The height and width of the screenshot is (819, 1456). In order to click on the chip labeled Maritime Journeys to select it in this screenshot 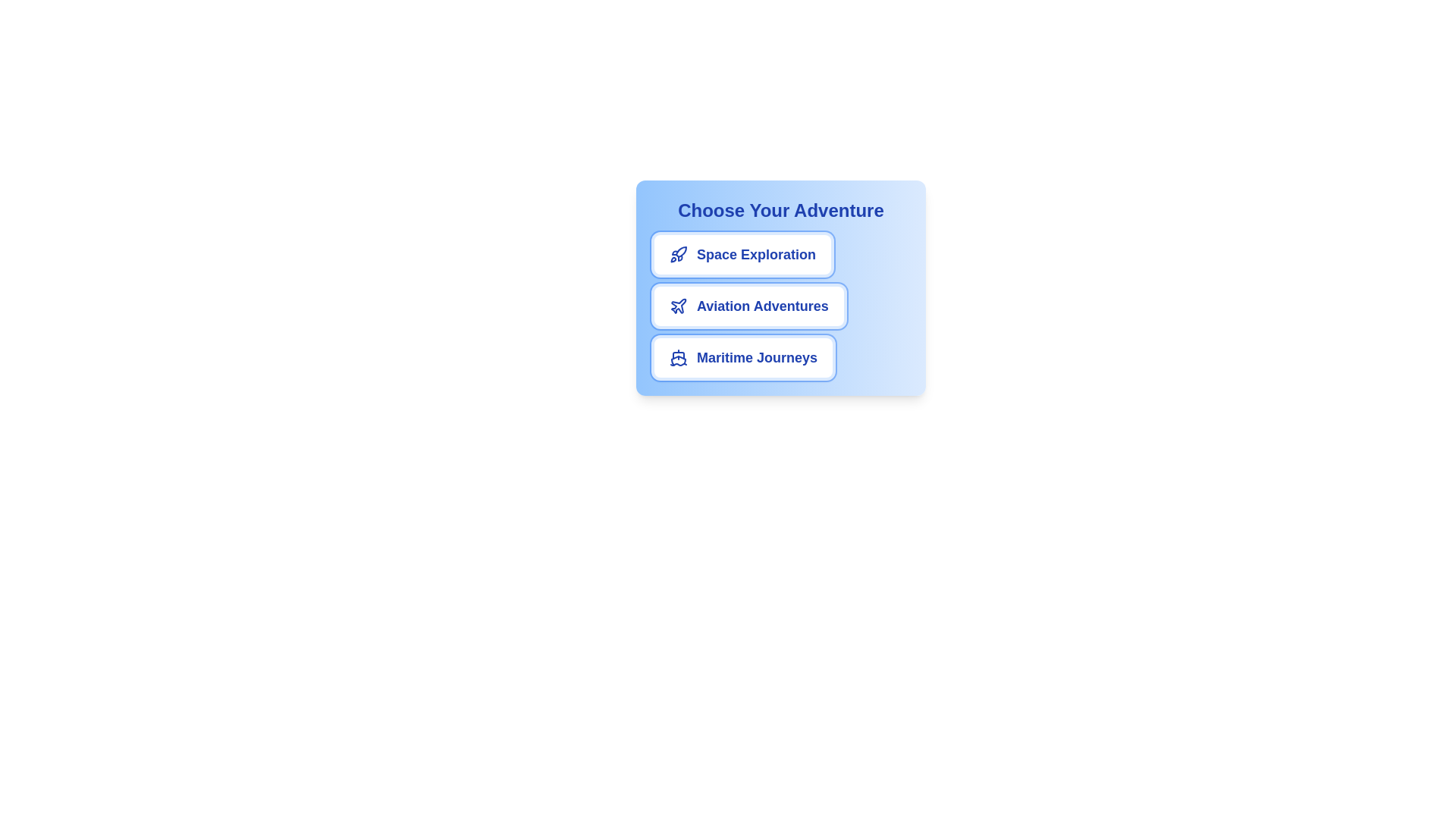, I will do `click(743, 357)`.